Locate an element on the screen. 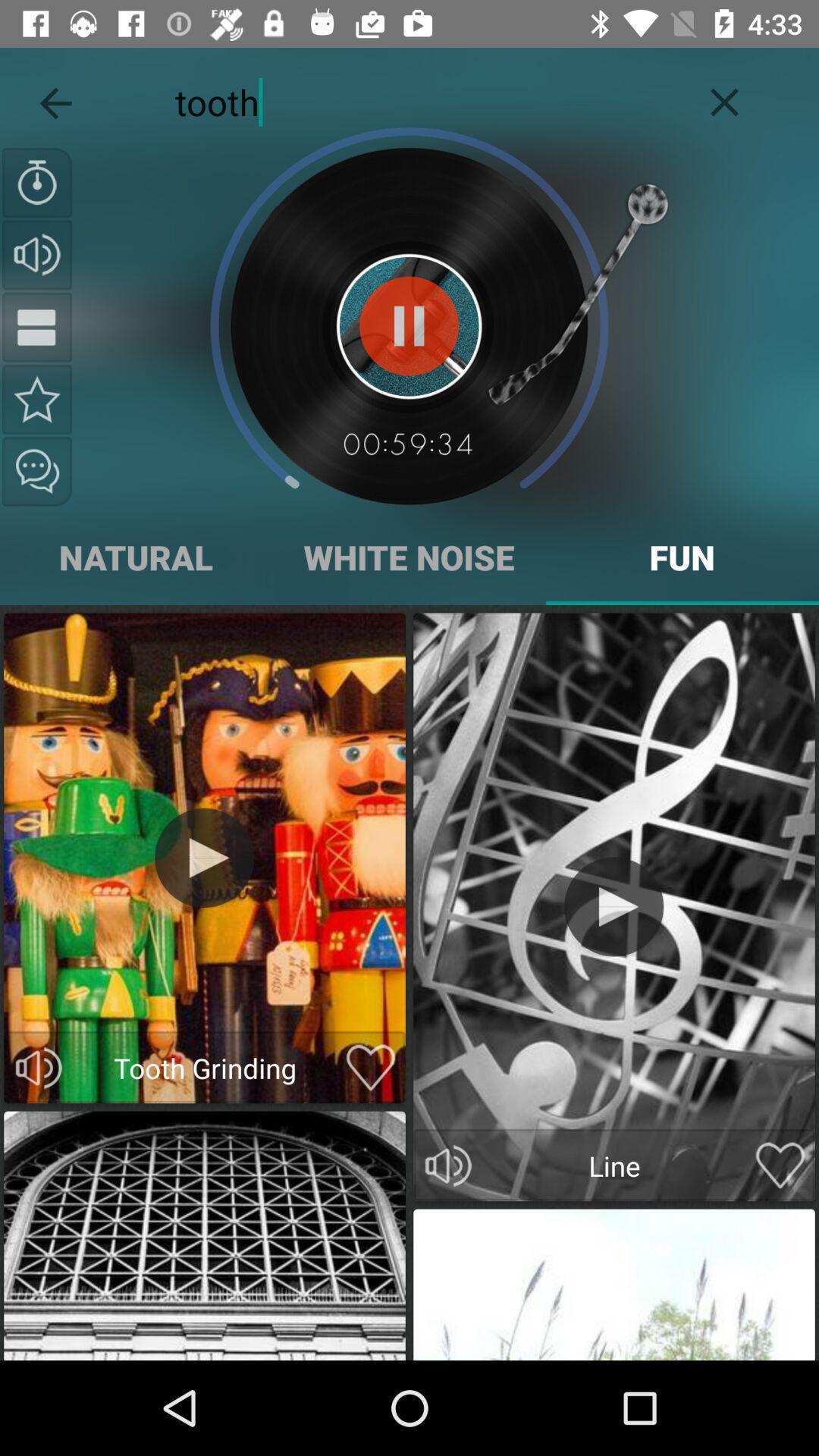 The image size is (819, 1456). sound file is located at coordinates (36, 399).